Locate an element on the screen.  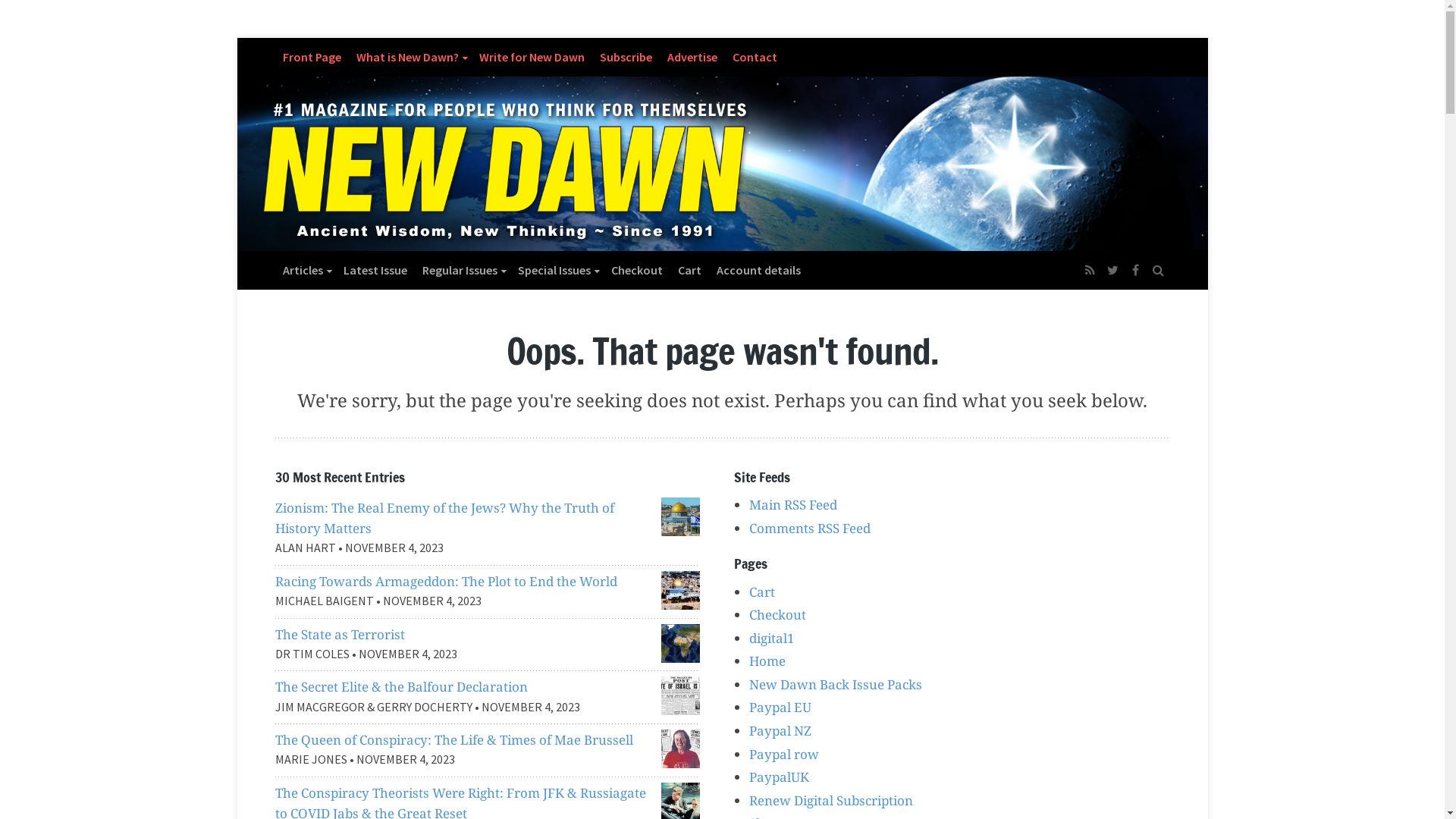
'New Dawn Back Issue Packs' is located at coordinates (835, 684).